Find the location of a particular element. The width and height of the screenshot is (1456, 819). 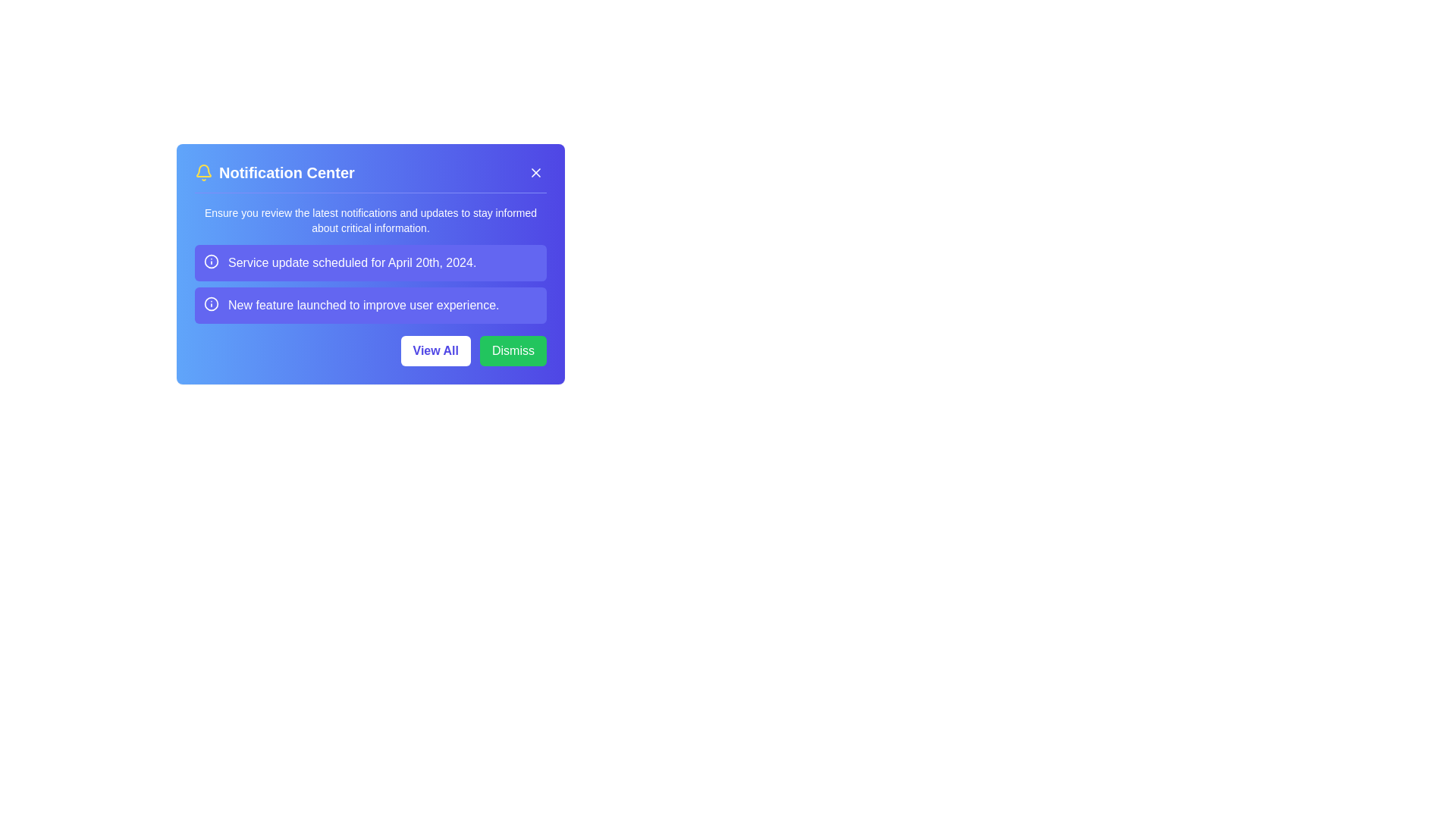

static text located at the top of the 'Notification Center' modal, which informs users about the importance of reviewing notifications and updates is located at coordinates (371, 220).